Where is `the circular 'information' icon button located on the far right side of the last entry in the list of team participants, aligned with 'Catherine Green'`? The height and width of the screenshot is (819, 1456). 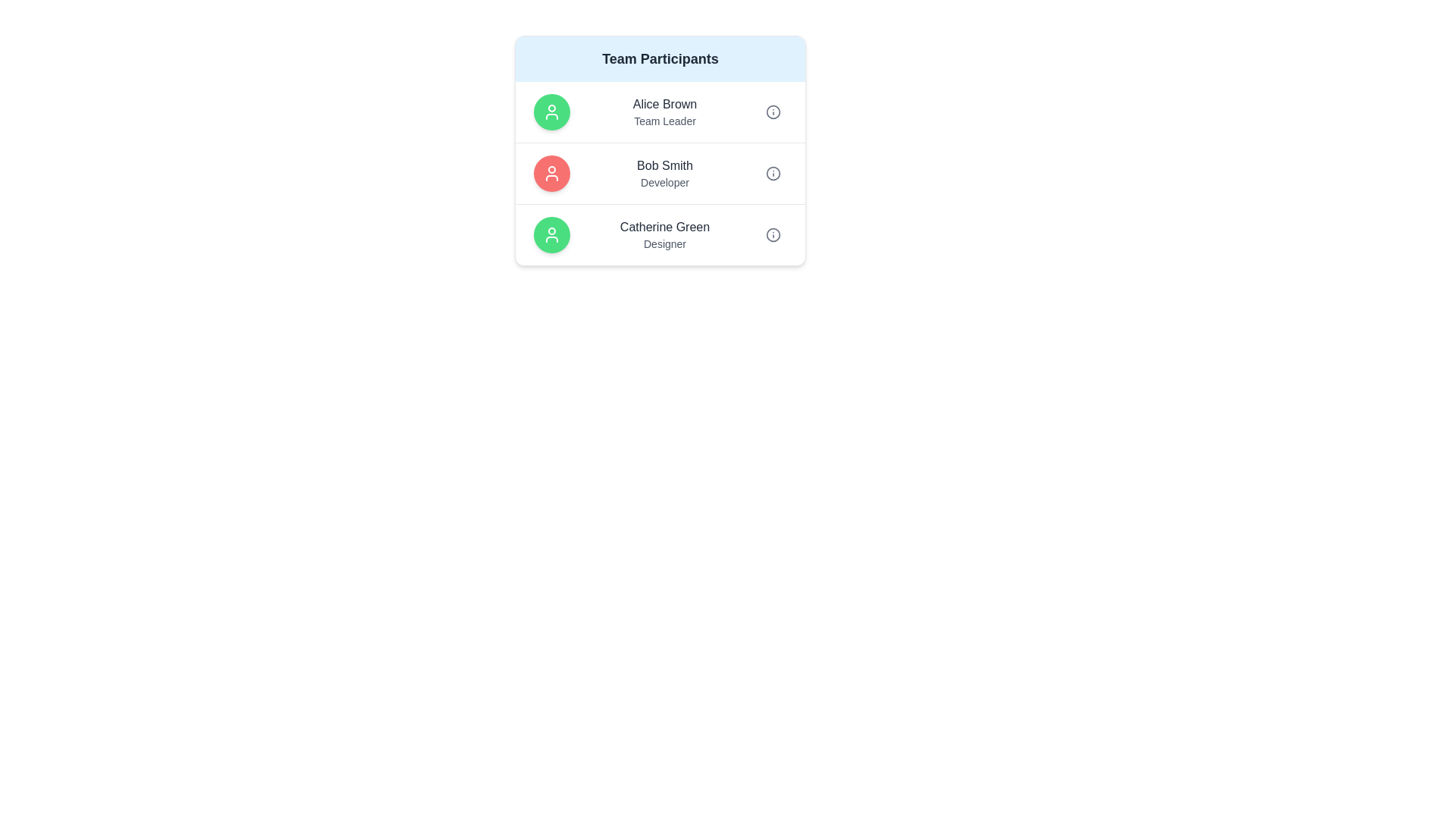
the circular 'information' icon button located on the far right side of the last entry in the list of team participants, aligned with 'Catherine Green' is located at coordinates (773, 234).